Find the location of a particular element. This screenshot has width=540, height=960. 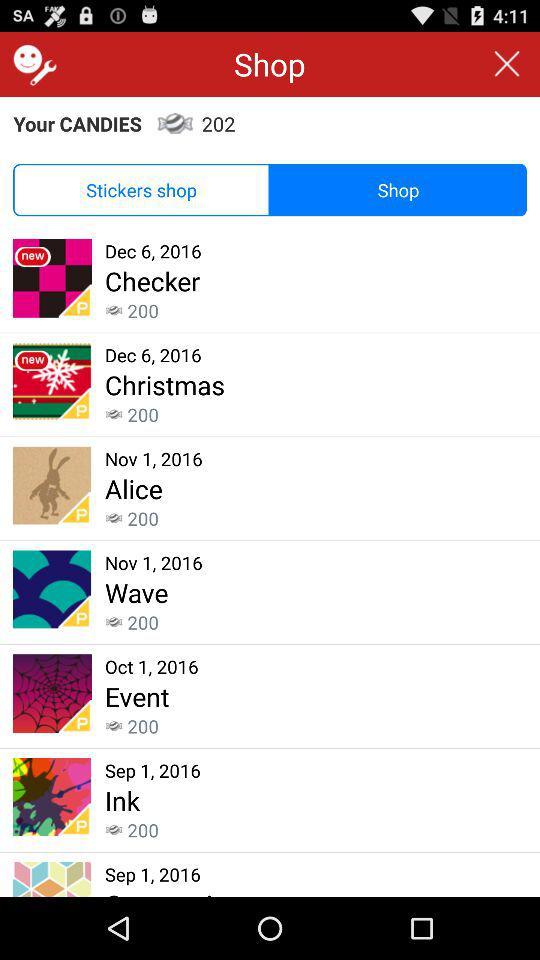

the stickers shop item is located at coordinates (140, 190).